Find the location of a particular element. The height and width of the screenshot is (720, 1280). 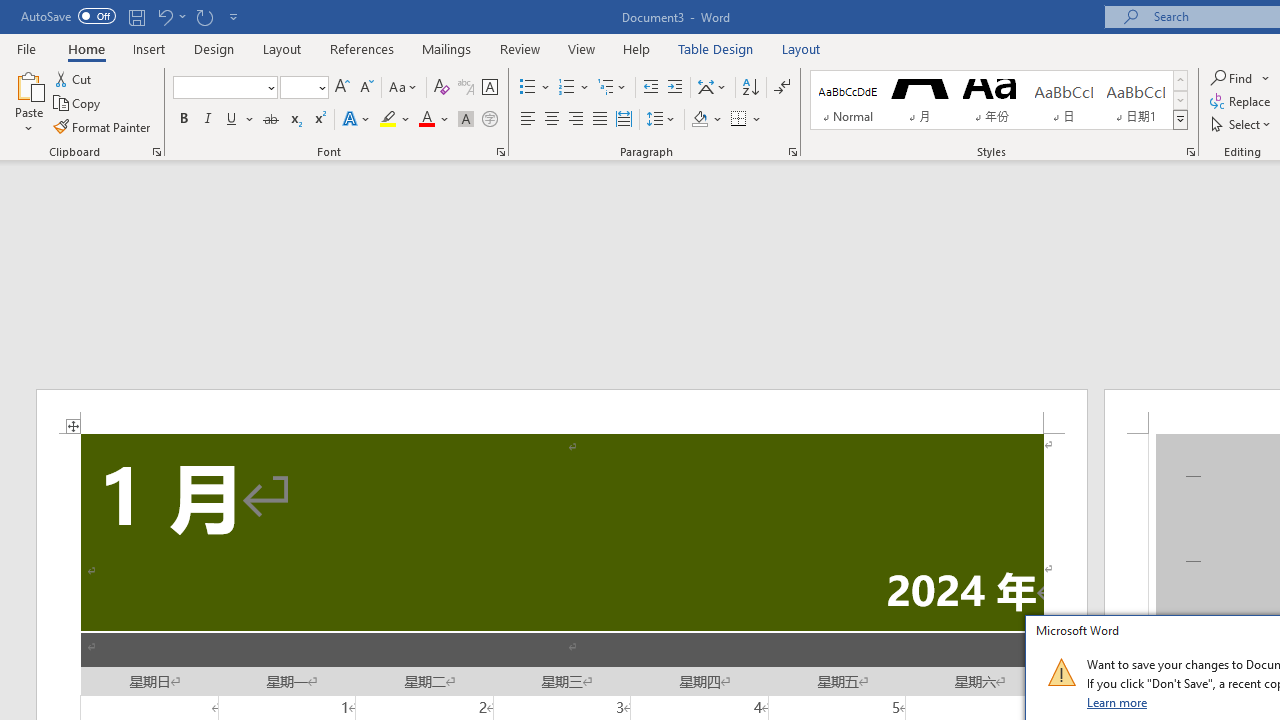

'Align Left' is located at coordinates (528, 119).